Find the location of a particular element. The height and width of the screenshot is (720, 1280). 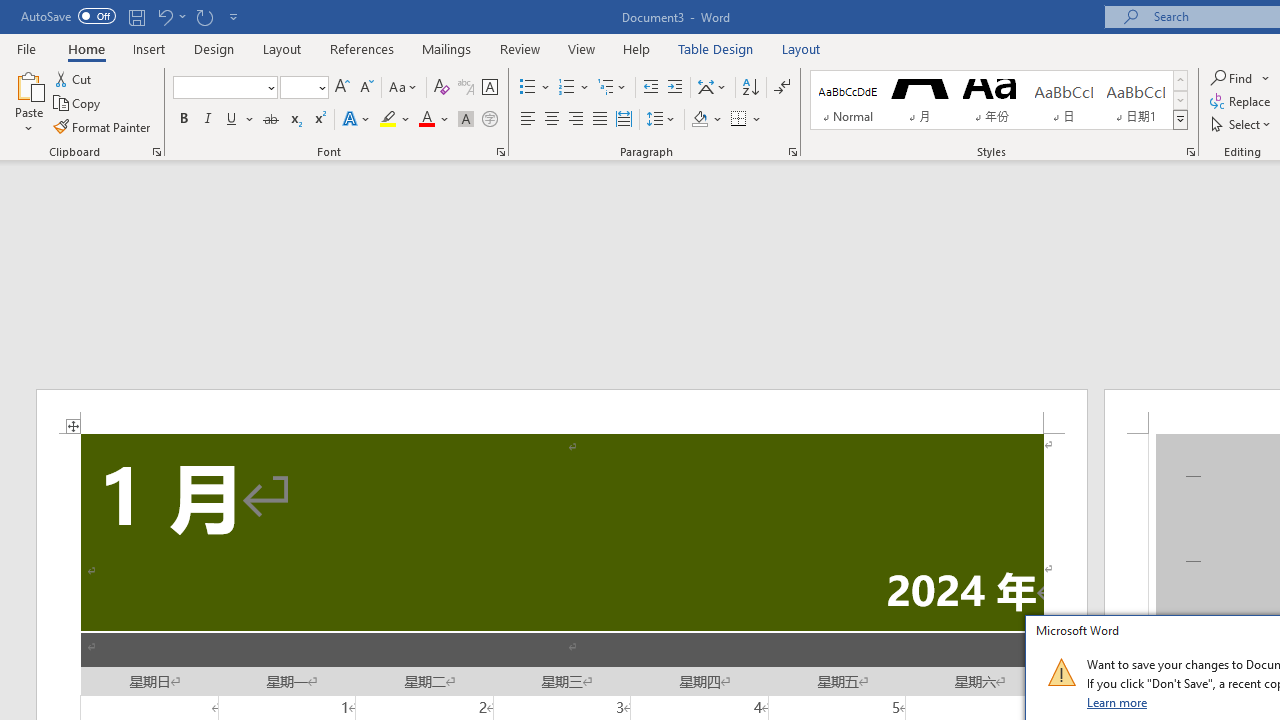

'Align Left' is located at coordinates (528, 119).